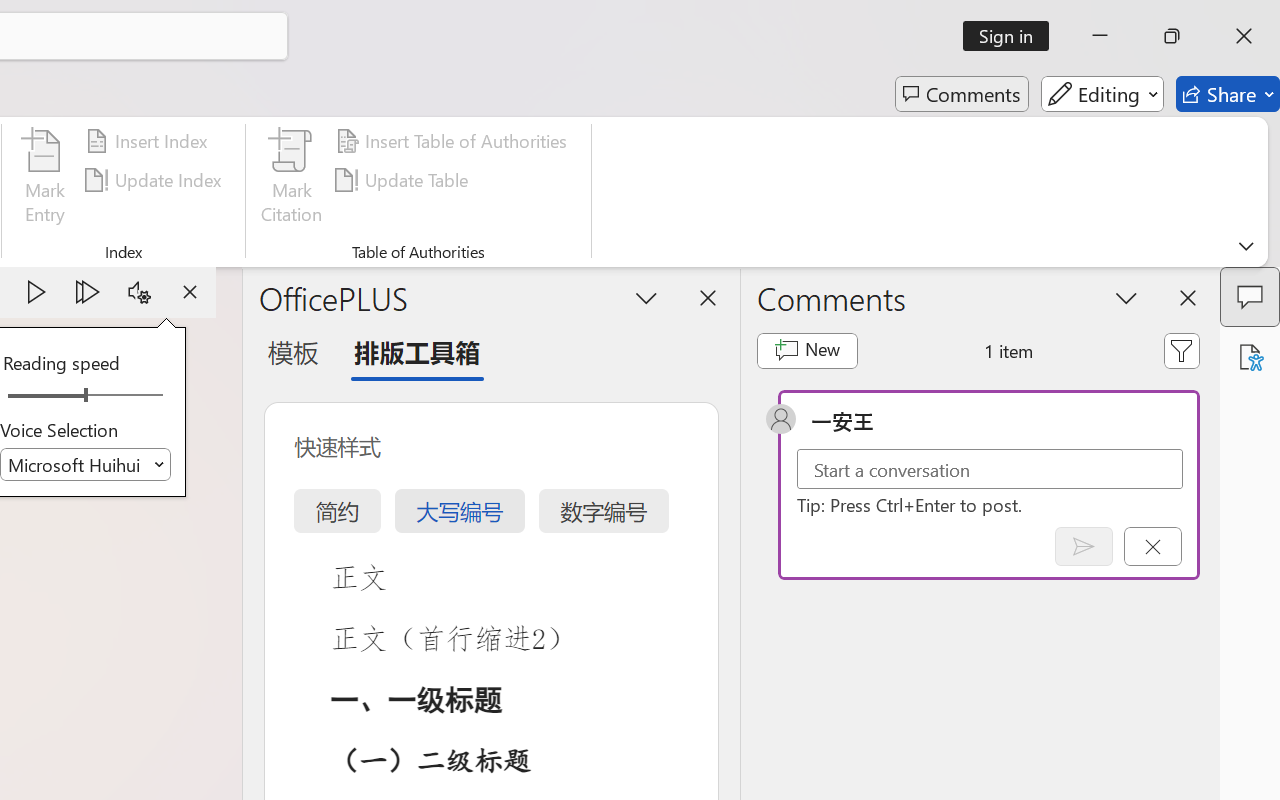  What do you see at coordinates (84, 463) in the screenshot?
I see `'Voice Selection'` at bounding box center [84, 463].